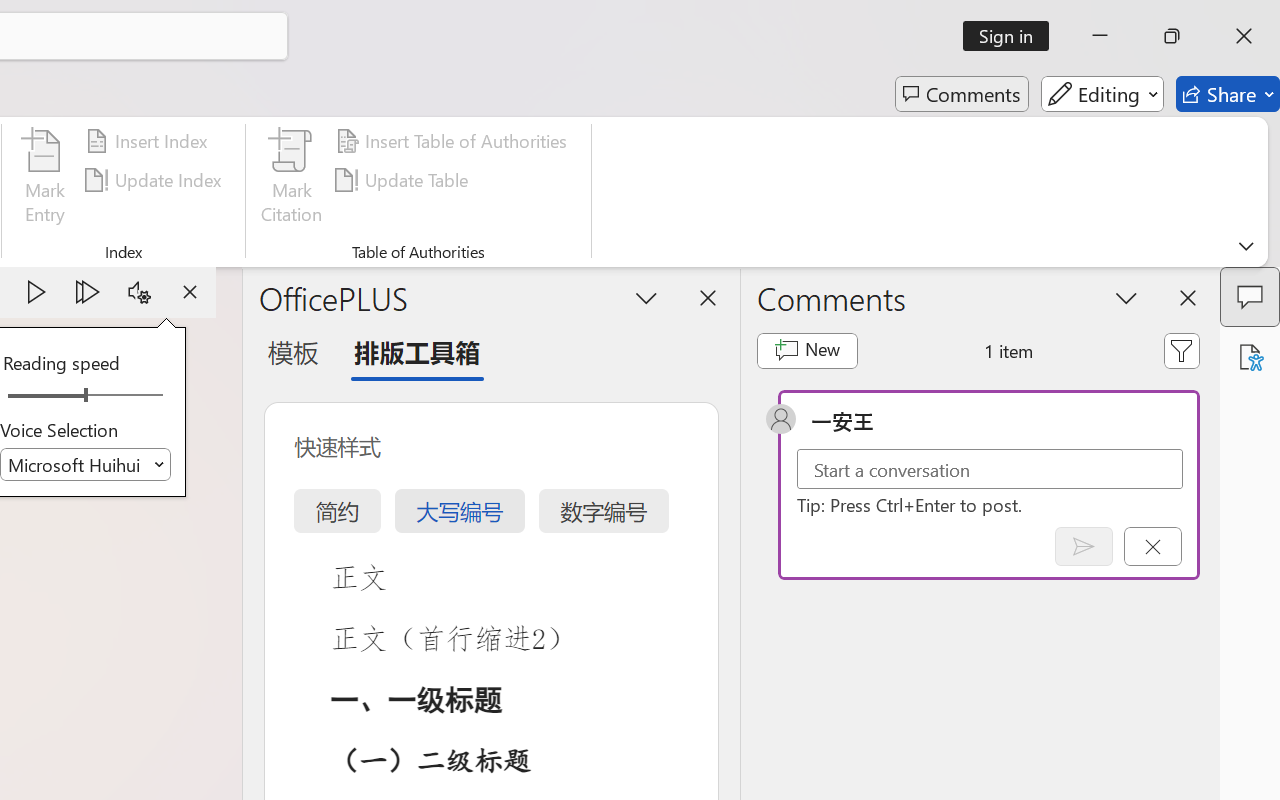  What do you see at coordinates (84, 463) in the screenshot?
I see `'Voice Selection'` at bounding box center [84, 463].